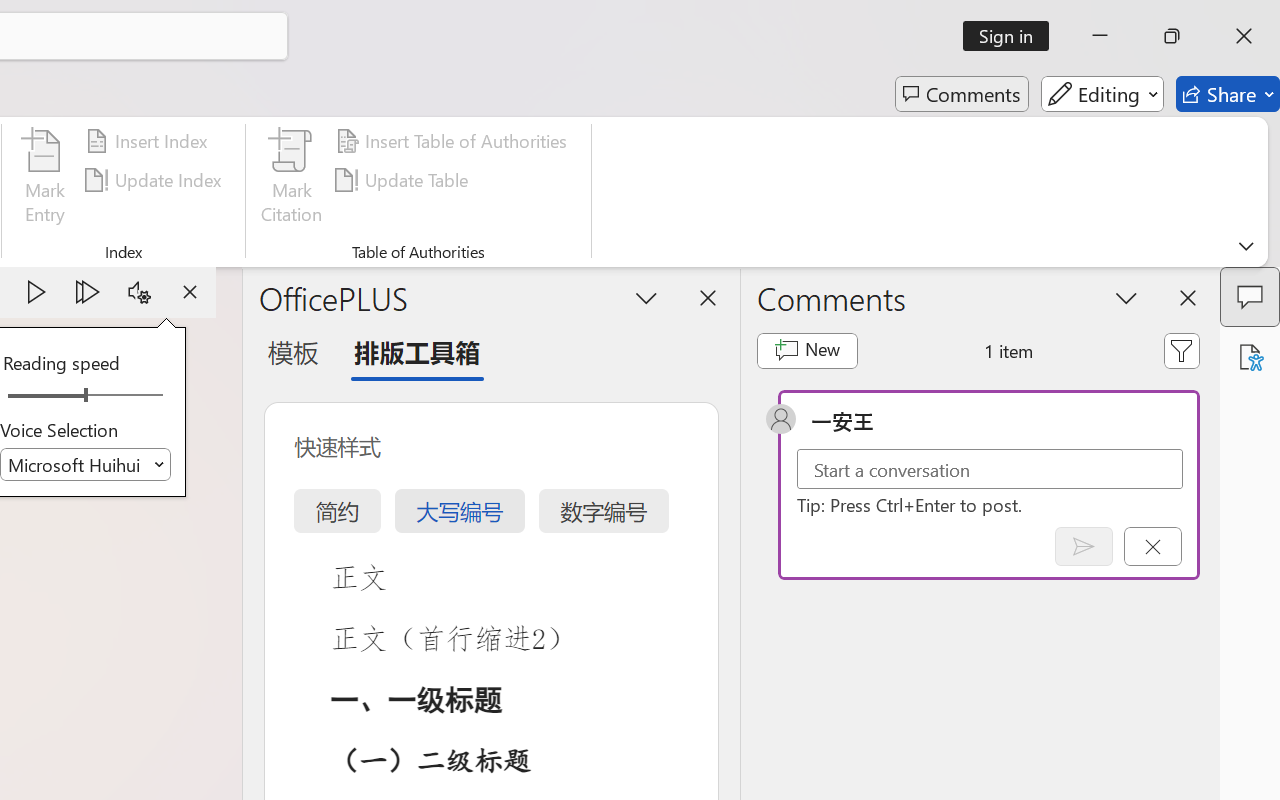  What do you see at coordinates (84, 463) in the screenshot?
I see `'Voice Selection'` at bounding box center [84, 463].